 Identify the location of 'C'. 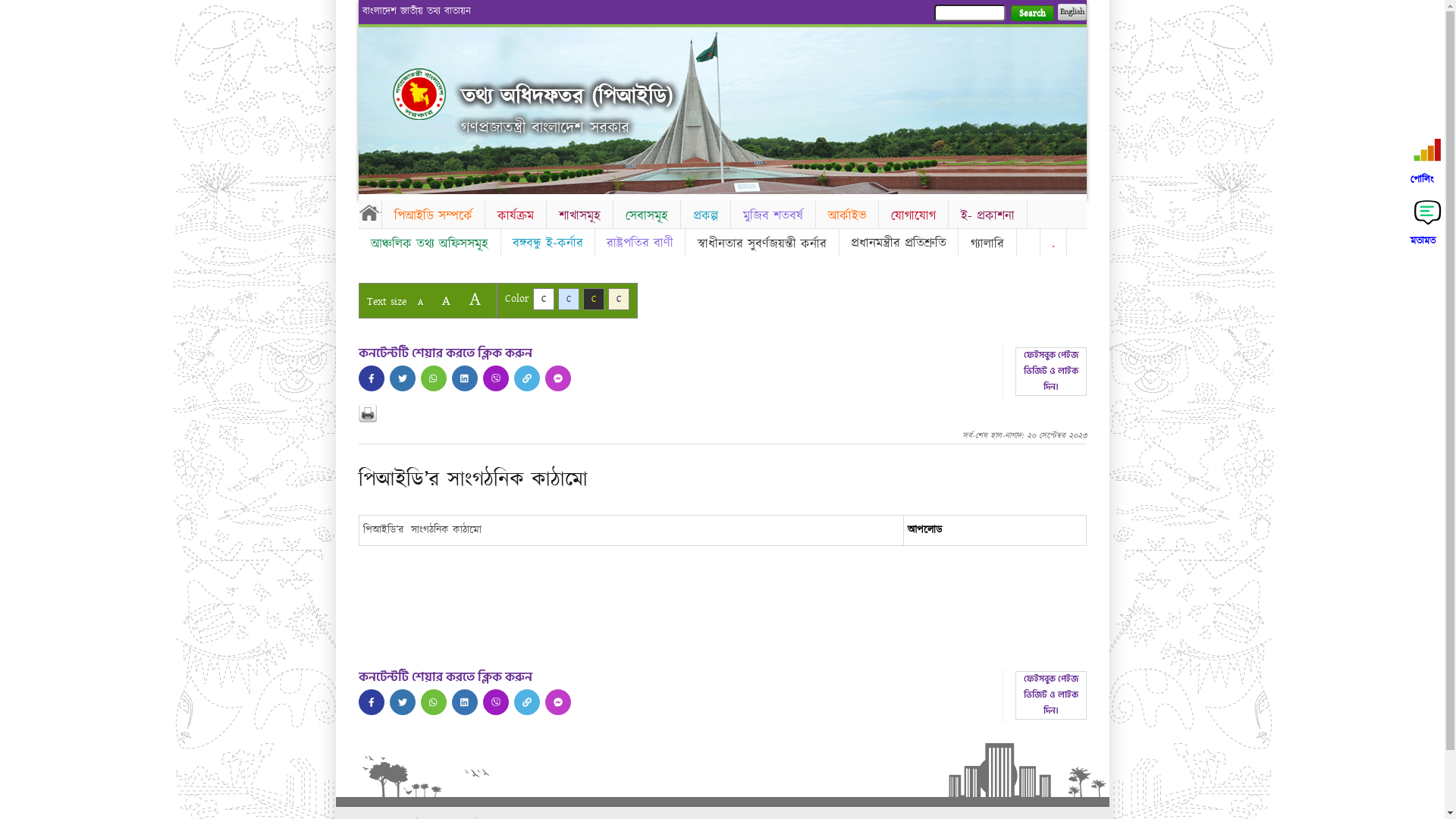
(557, 299).